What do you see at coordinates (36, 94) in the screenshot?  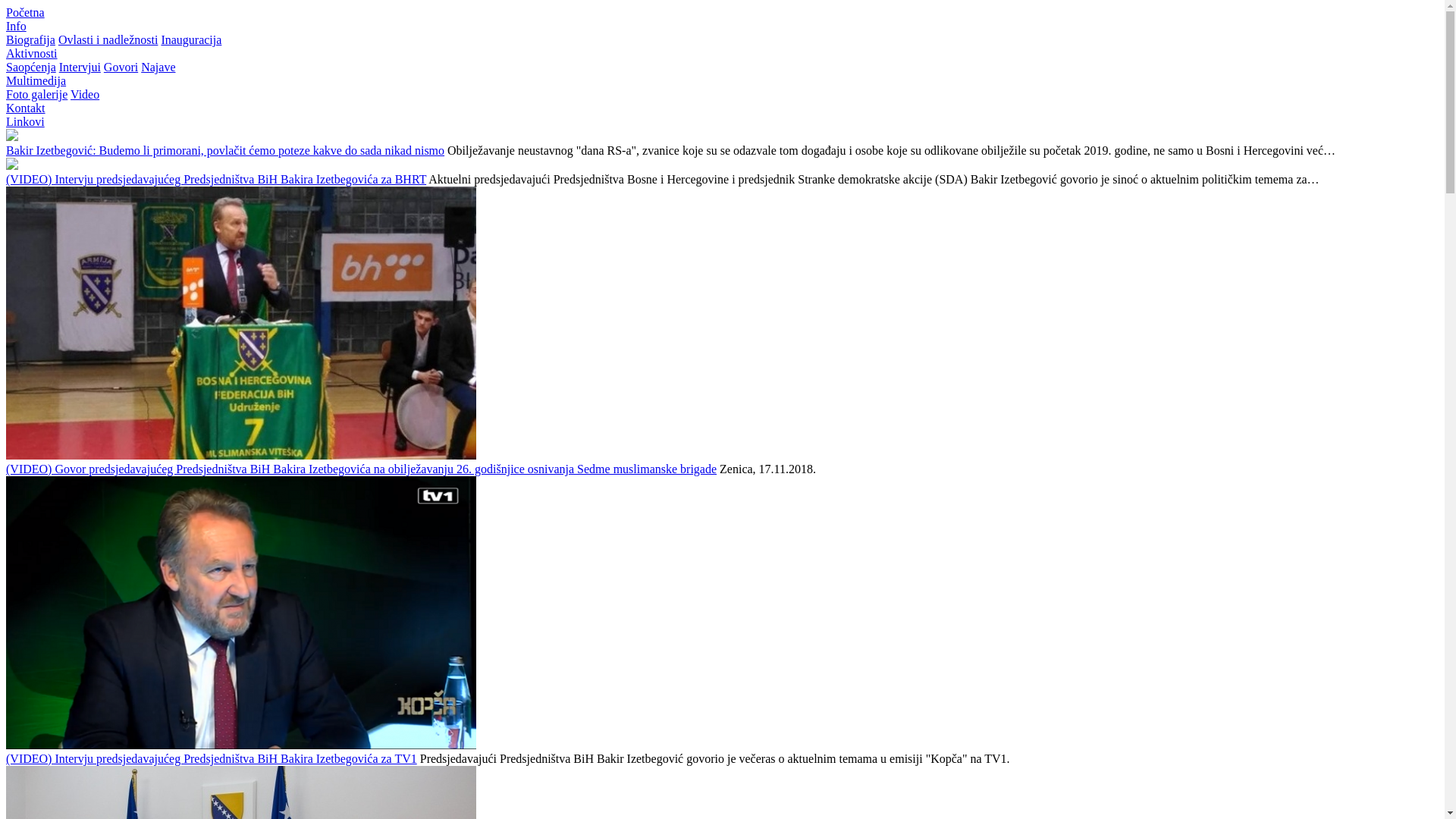 I see `'Foto galerije'` at bounding box center [36, 94].